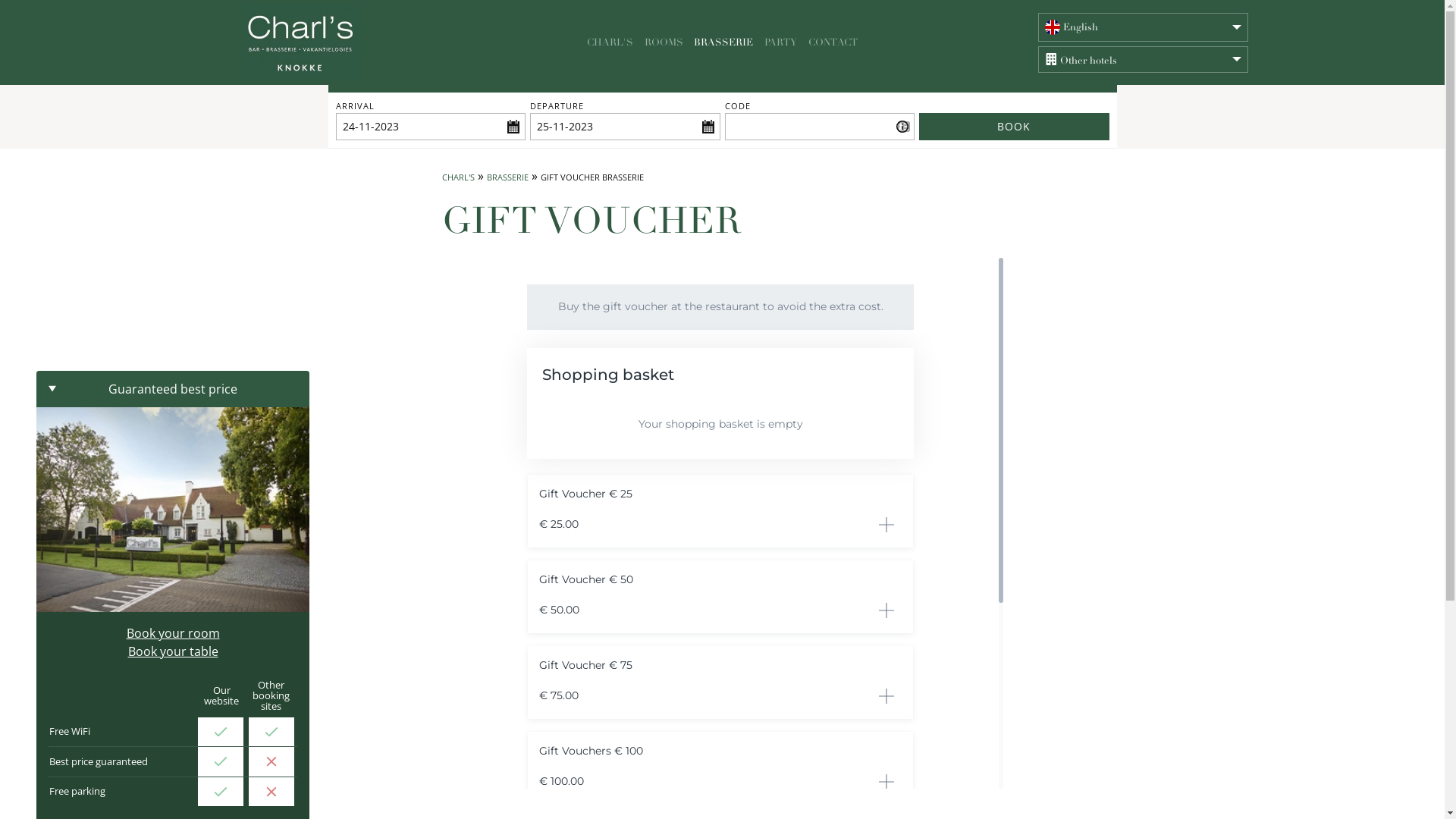  I want to click on 'BRASSERIE', so click(507, 177).